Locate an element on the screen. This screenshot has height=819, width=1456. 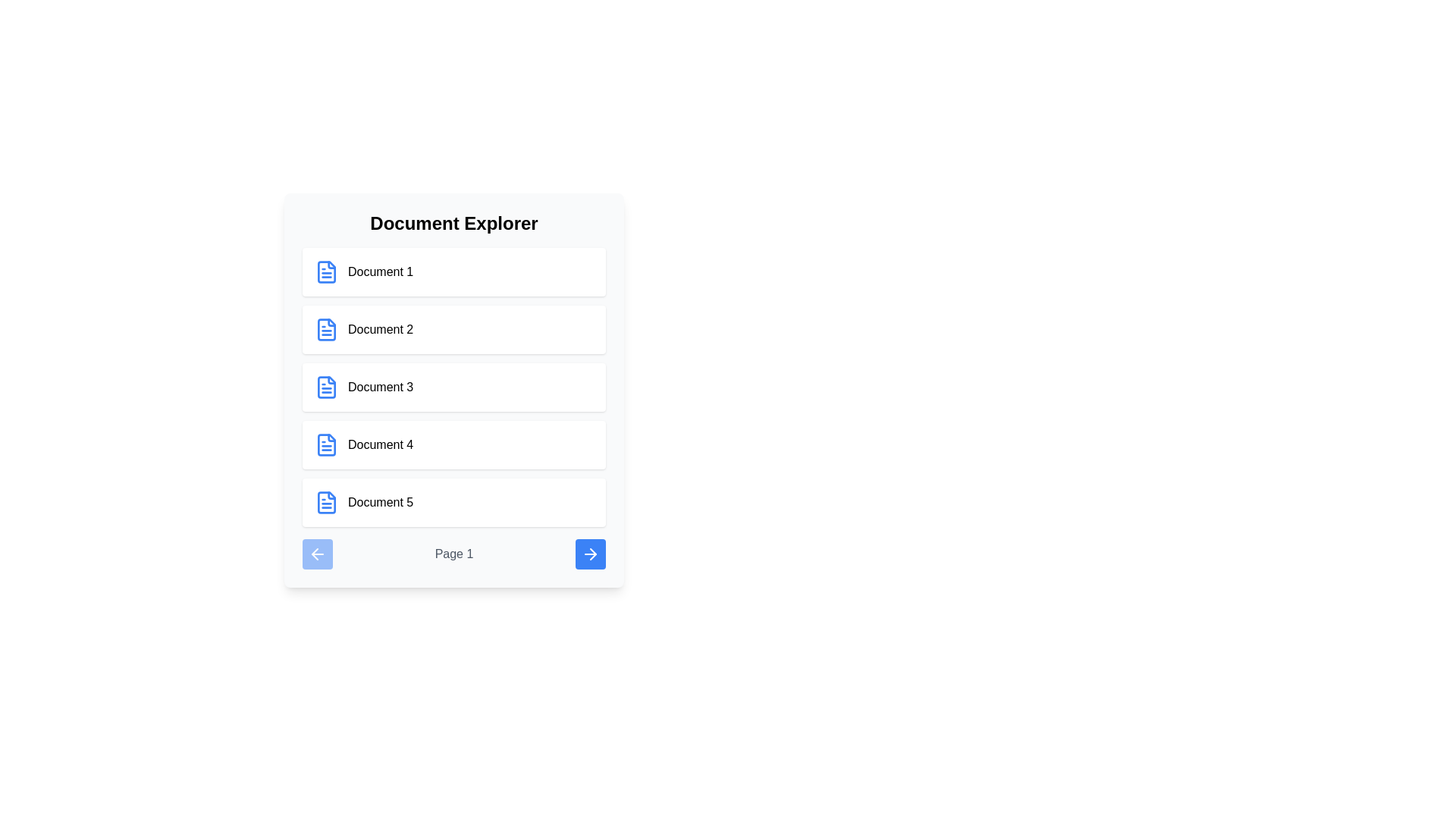
the selectable document item labeled 'Document 4' in the 'Document Explorer' is located at coordinates (453, 444).